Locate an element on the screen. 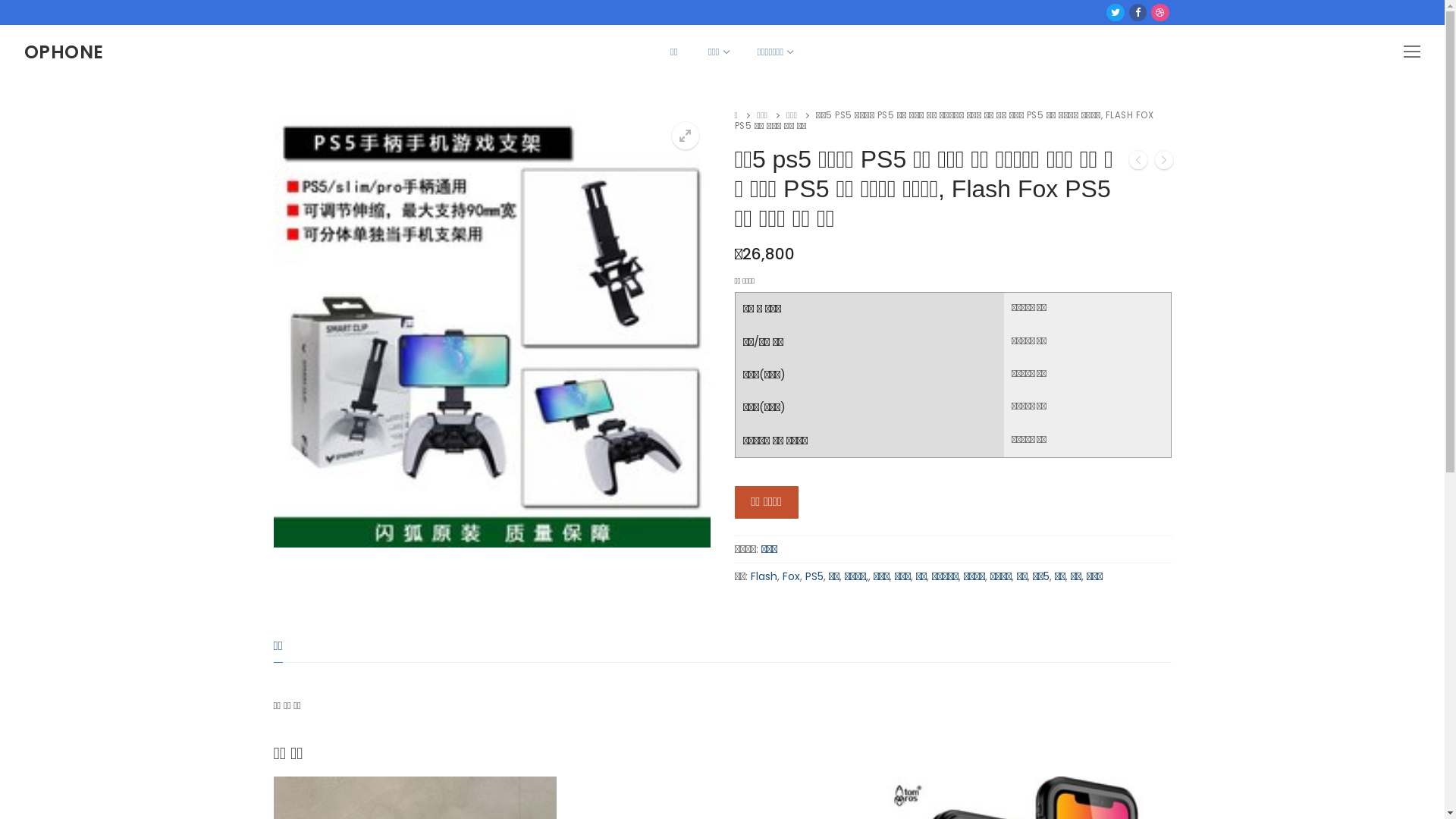 The width and height of the screenshot is (1456, 819). 'Twitter' is located at coordinates (1116, 12).